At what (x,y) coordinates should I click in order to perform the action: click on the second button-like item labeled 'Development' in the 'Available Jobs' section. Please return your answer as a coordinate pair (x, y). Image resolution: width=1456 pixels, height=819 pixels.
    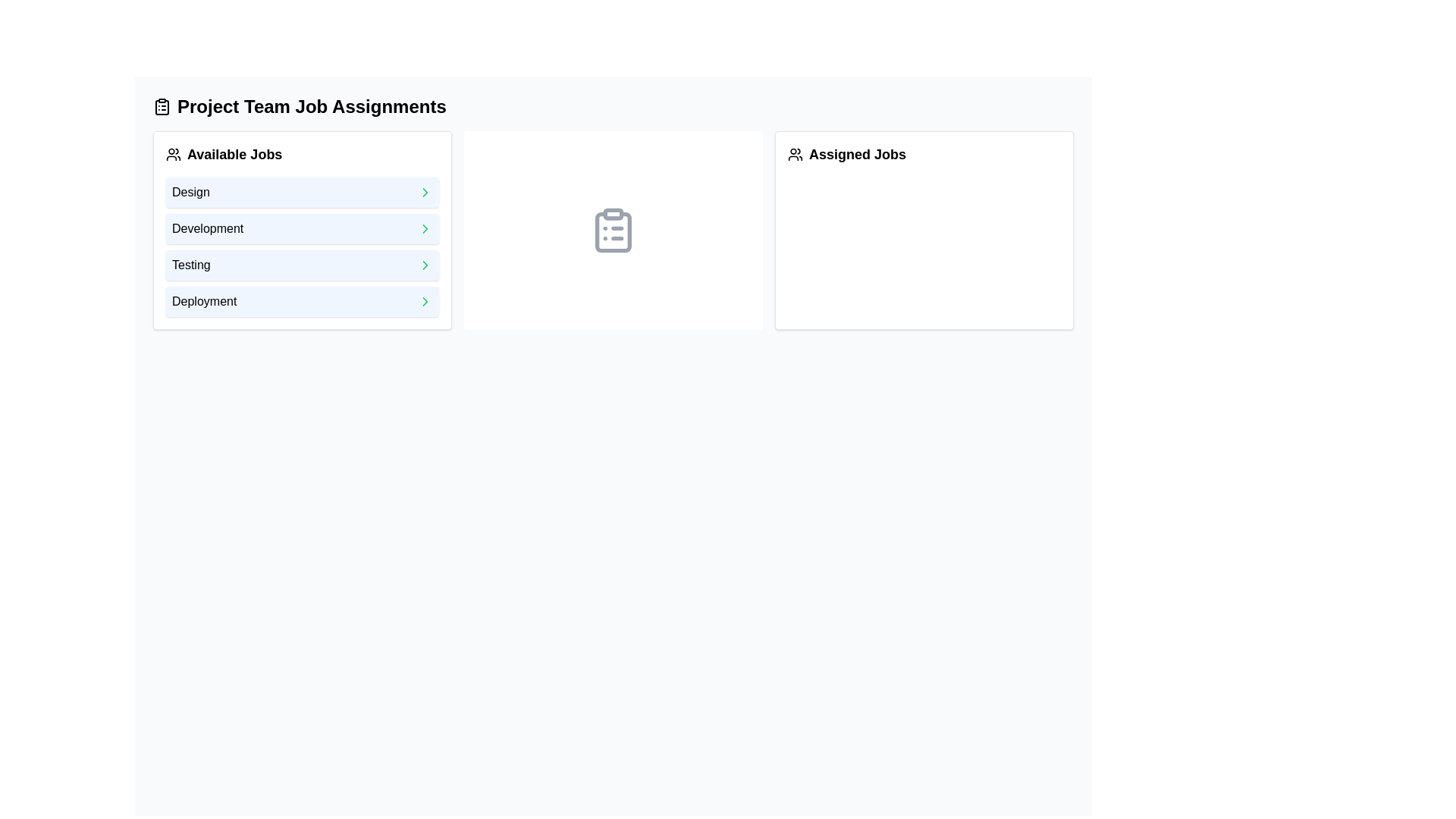
    Looking at the image, I should click on (302, 228).